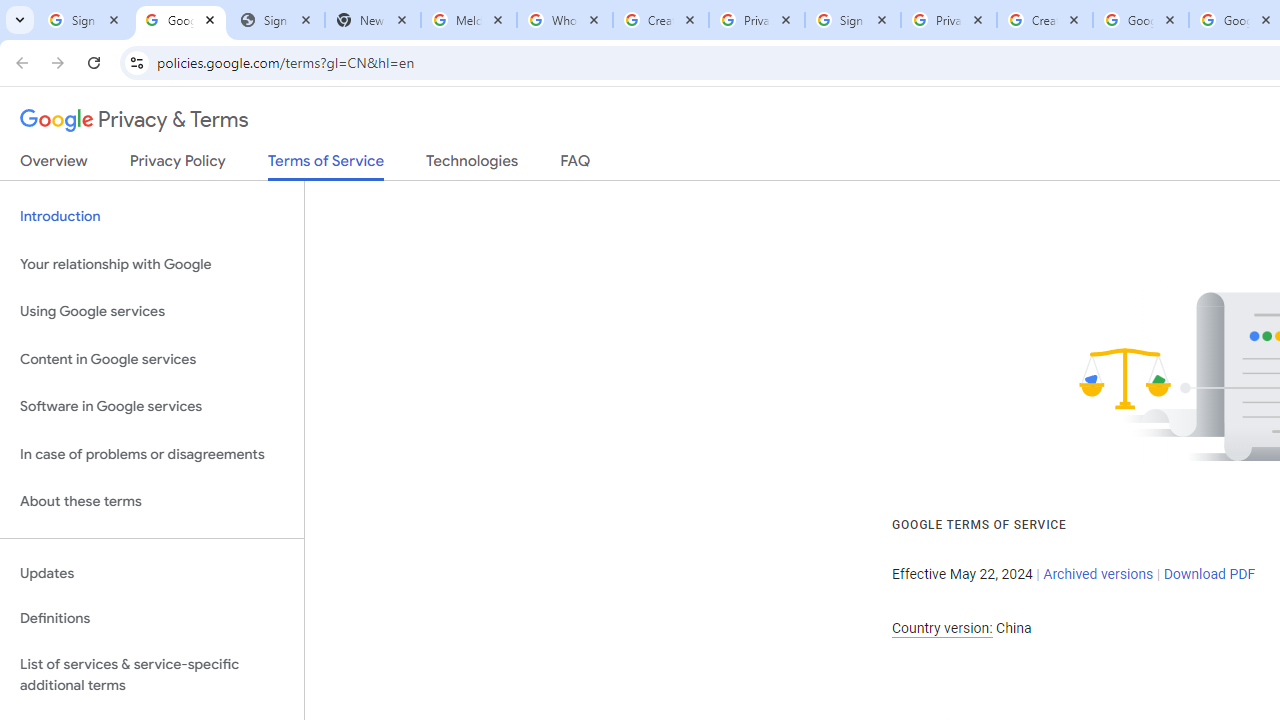 The image size is (1280, 720). What do you see at coordinates (151, 406) in the screenshot?
I see `'Software in Google services'` at bounding box center [151, 406].